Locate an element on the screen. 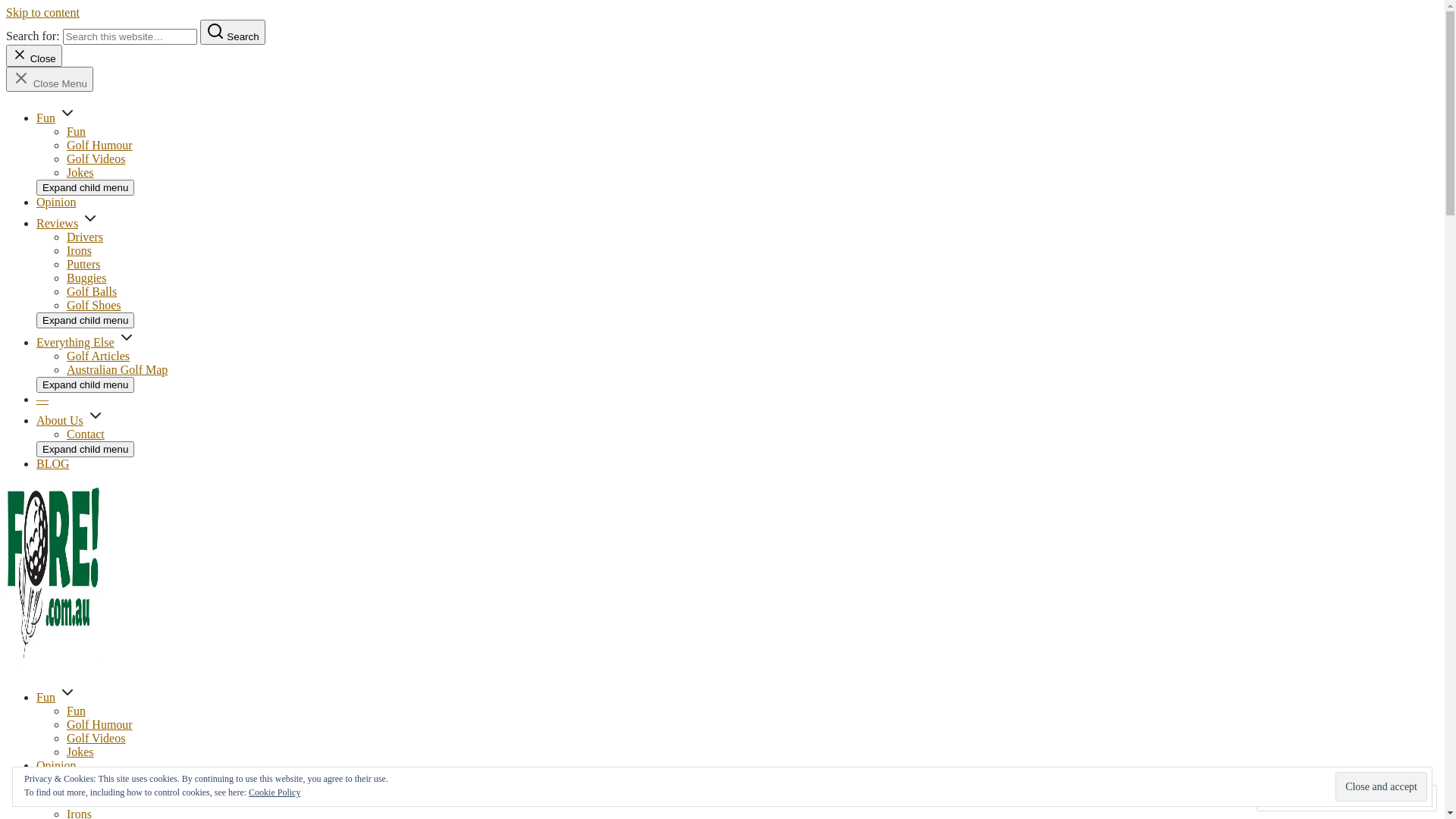 The width and height of the screenshot is (1456, 819). 'Expand child menu' is located at coordinates (84, 187).